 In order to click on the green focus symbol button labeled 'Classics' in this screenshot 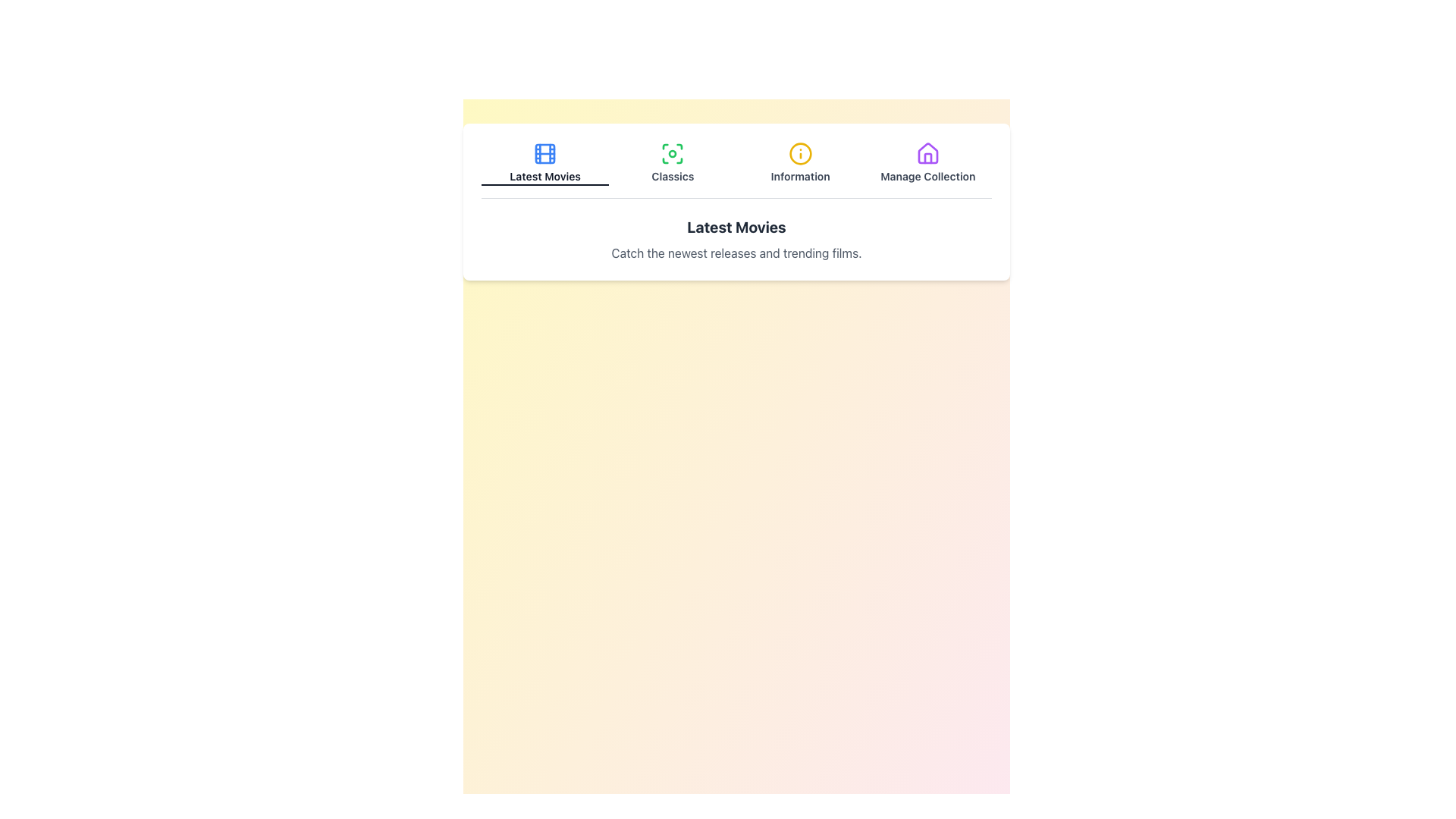, I will do `click(672, 164)`.